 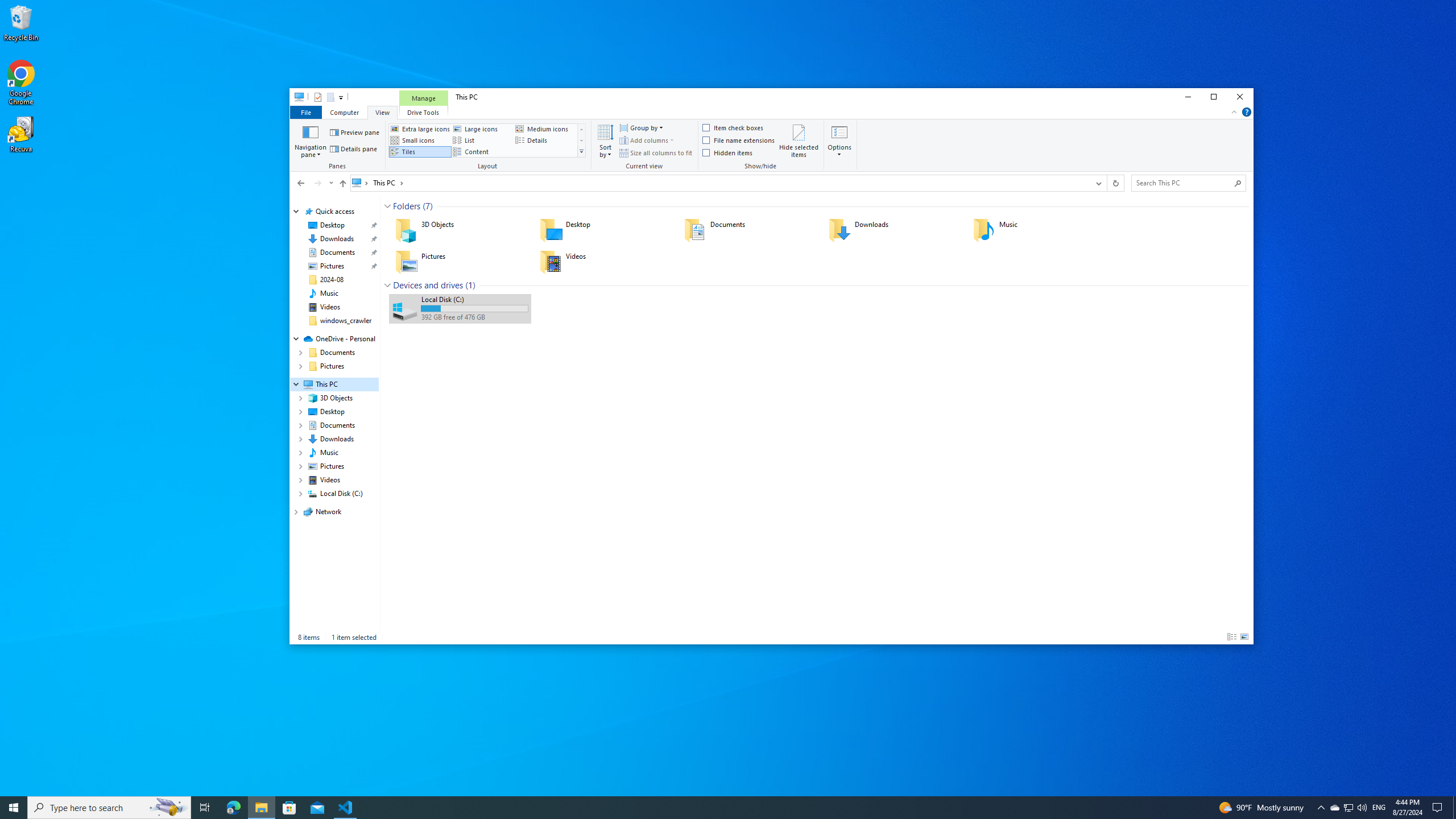 What do you see at coordinates (459, 308) in the screenshot?
I see `'Local Disk (C:)'` at bounding box center [459, 308].